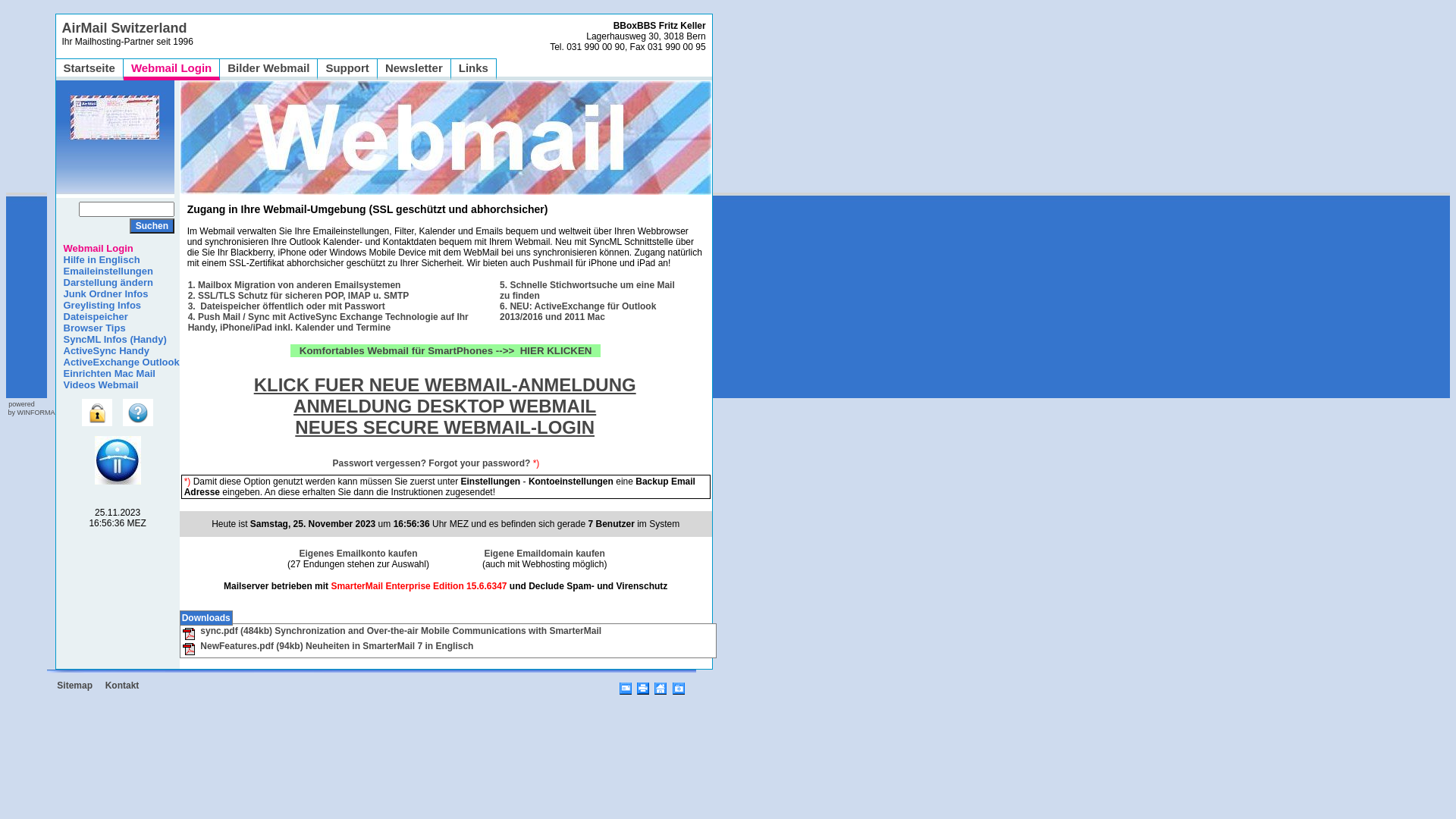 The height and width of the screenshot is (819, 1456). Describe the element at coordinates (111, 338) in the screenshot. I see `'SyncML Infos (Handy)'` at that location.